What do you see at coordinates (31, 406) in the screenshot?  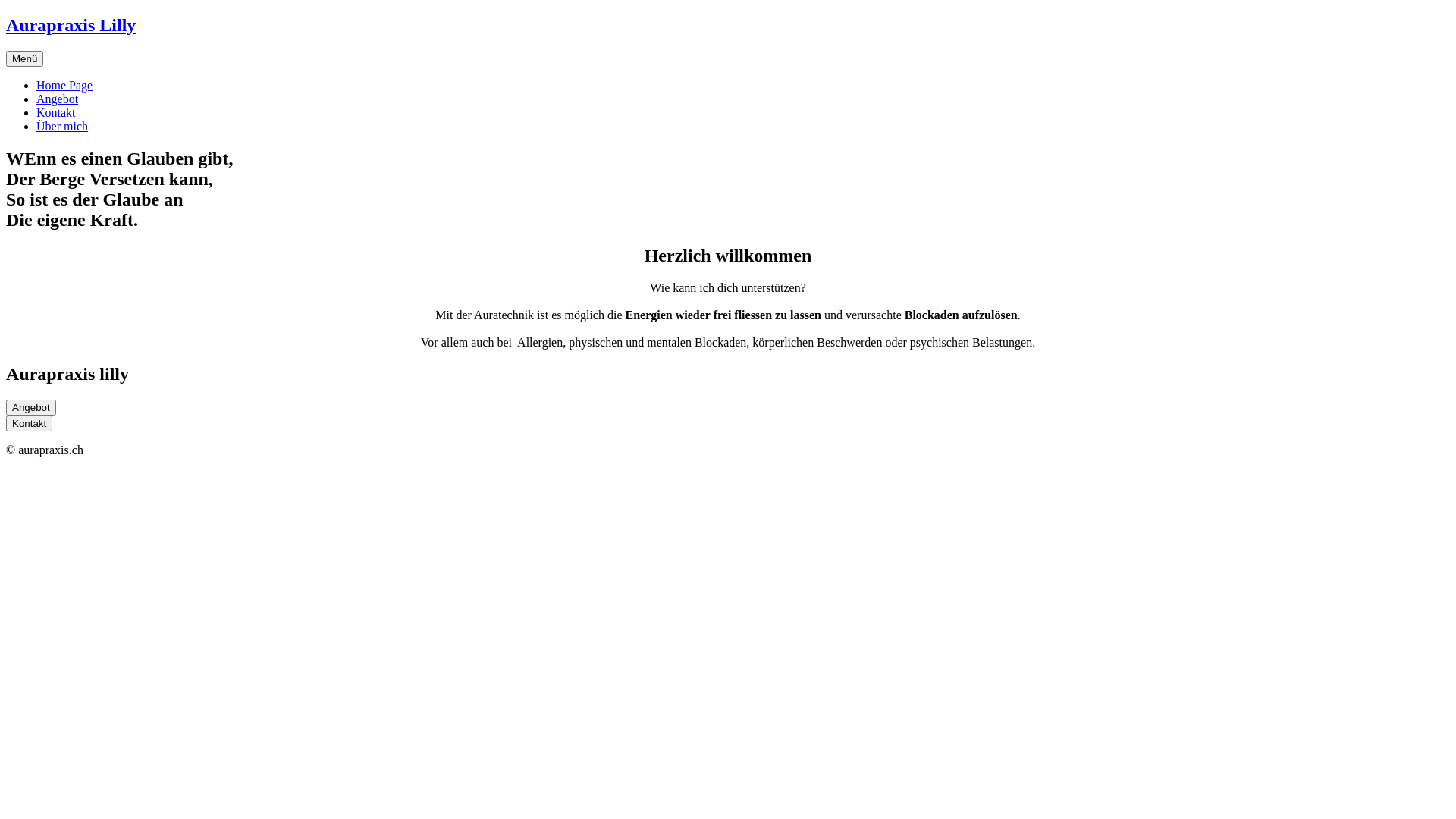 I see `'Angebot'` at bounding box center [31, 406].